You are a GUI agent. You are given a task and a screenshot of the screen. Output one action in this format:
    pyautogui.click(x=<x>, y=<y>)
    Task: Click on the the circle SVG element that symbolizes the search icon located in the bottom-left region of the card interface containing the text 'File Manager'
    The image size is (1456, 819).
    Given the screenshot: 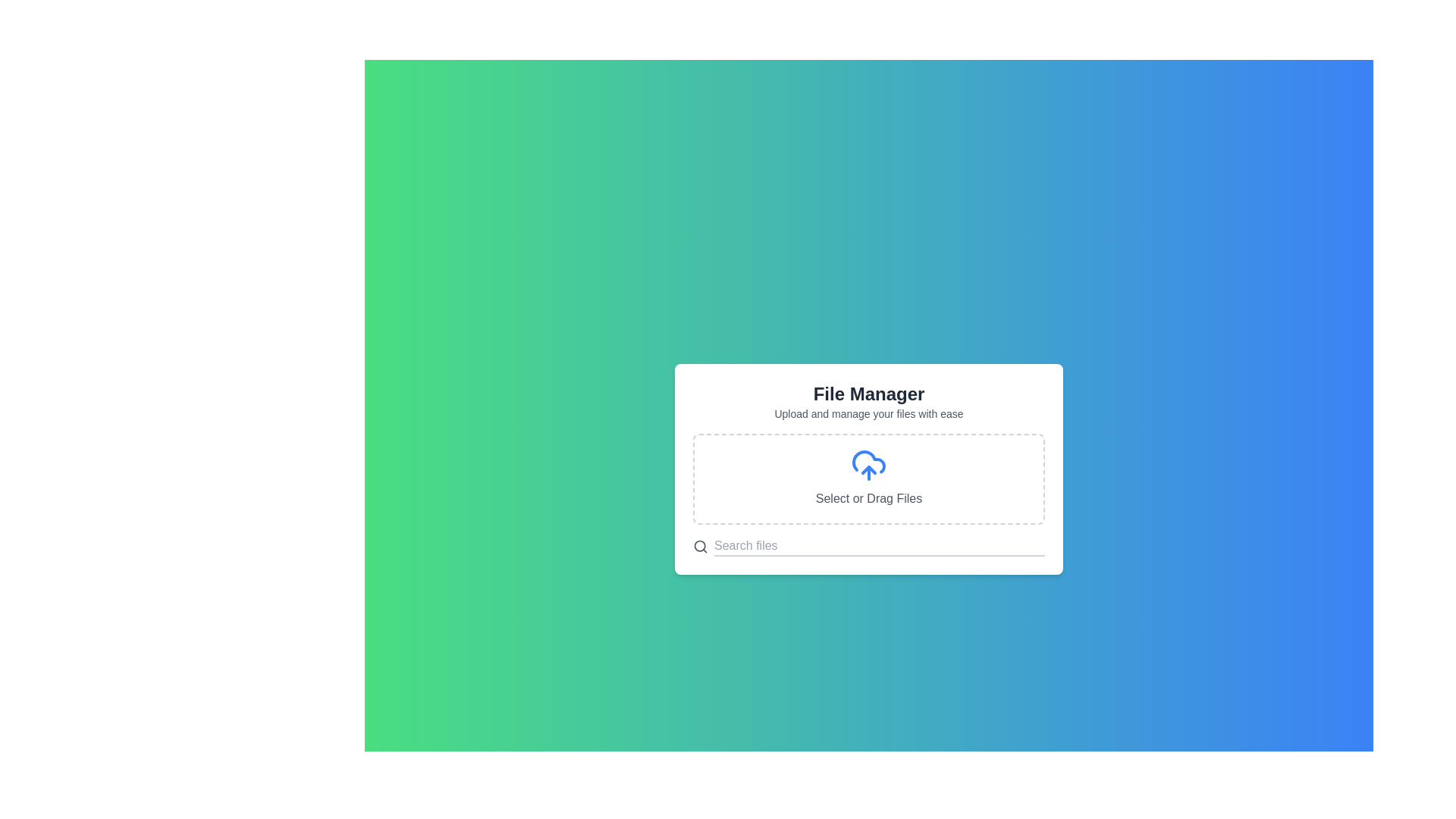 What is the action you would take?
    pyautogui.click(x=699, y=546)
    